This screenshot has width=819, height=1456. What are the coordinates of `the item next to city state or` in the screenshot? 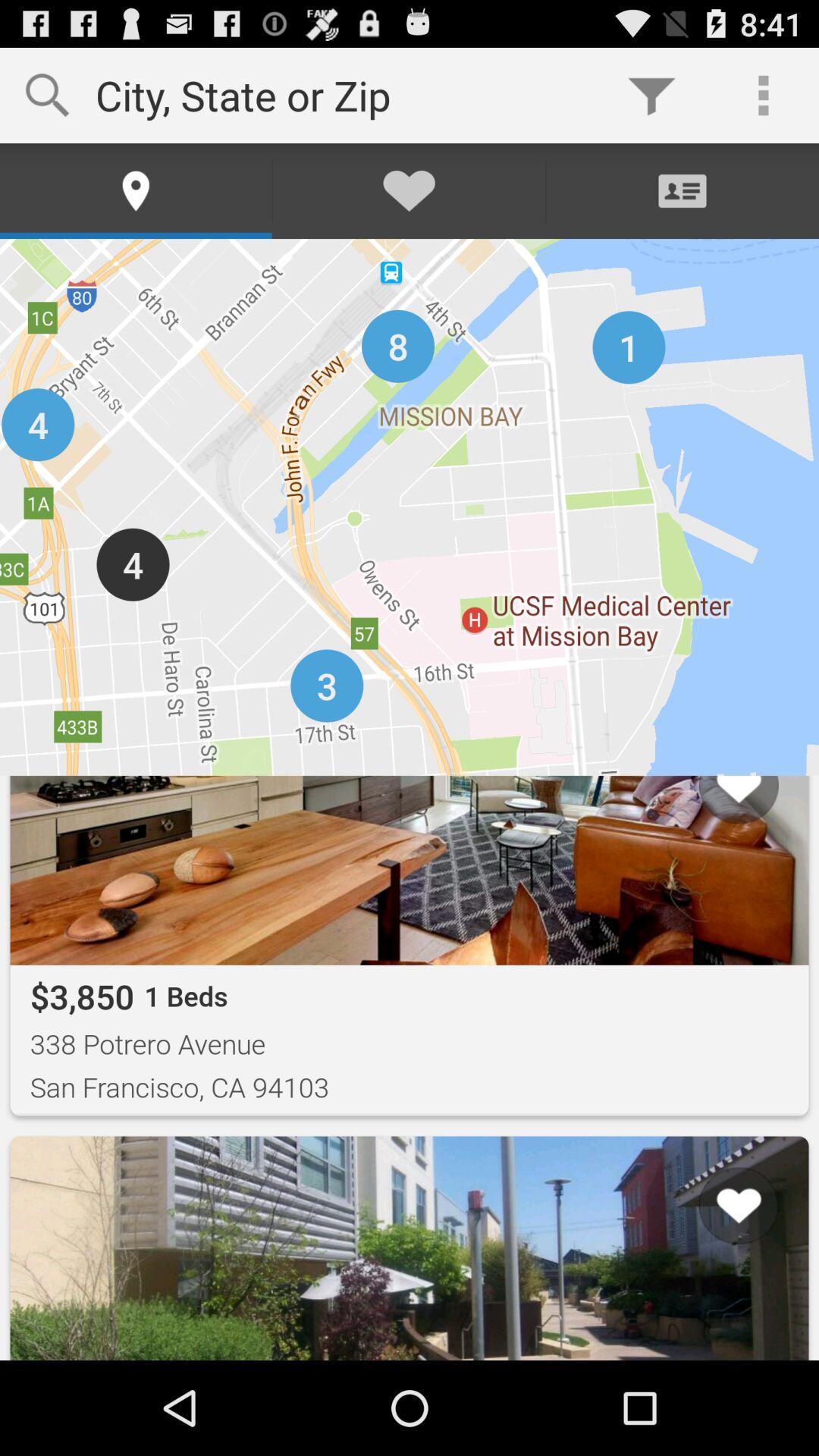 It's located at (651, 94).